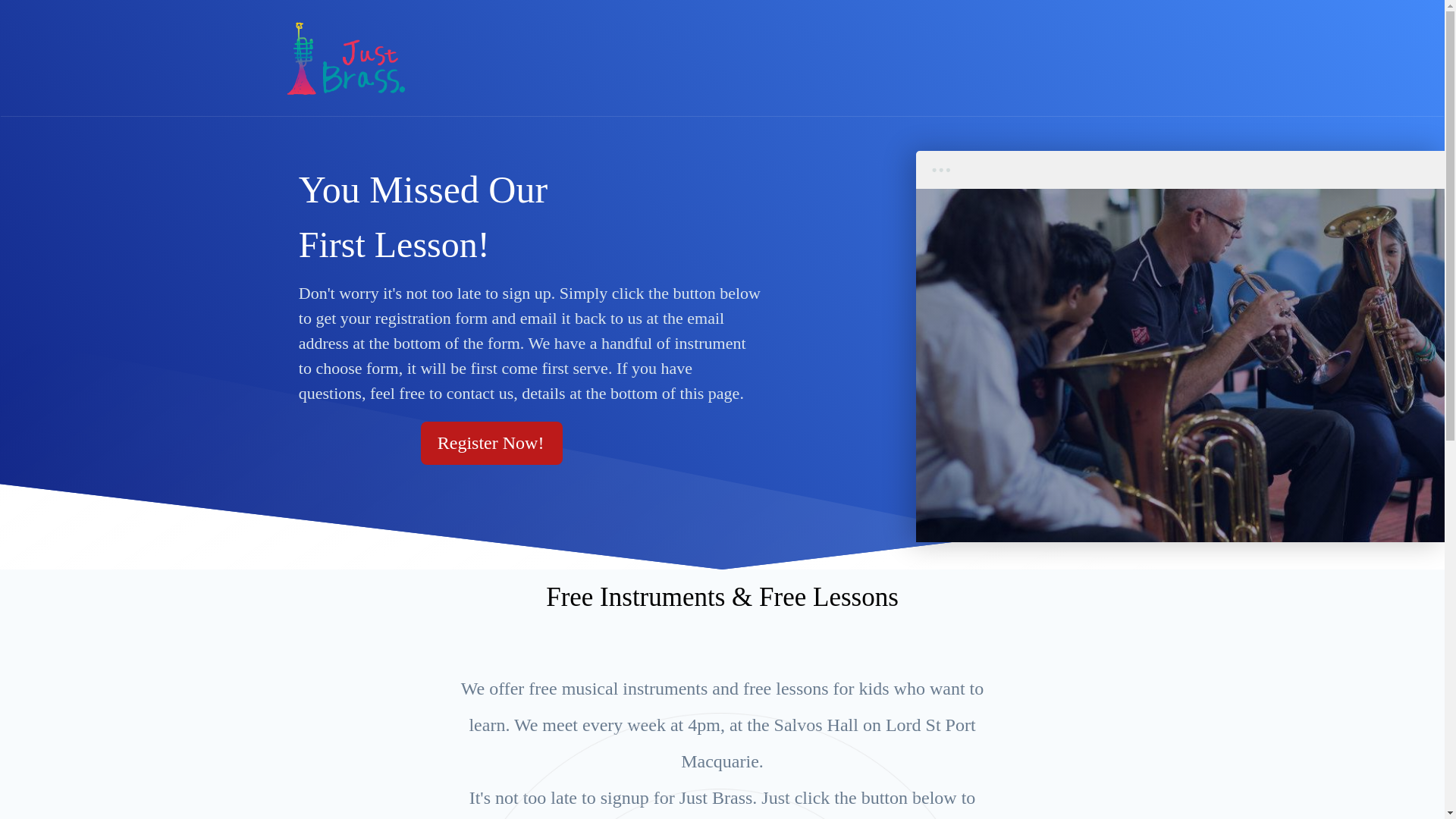 Image resolution: width=1456 pixels, height=819 pixels. Describe the element at coordinates (421, 443) in the screenshot. I see `'Register Now!'` at that location.